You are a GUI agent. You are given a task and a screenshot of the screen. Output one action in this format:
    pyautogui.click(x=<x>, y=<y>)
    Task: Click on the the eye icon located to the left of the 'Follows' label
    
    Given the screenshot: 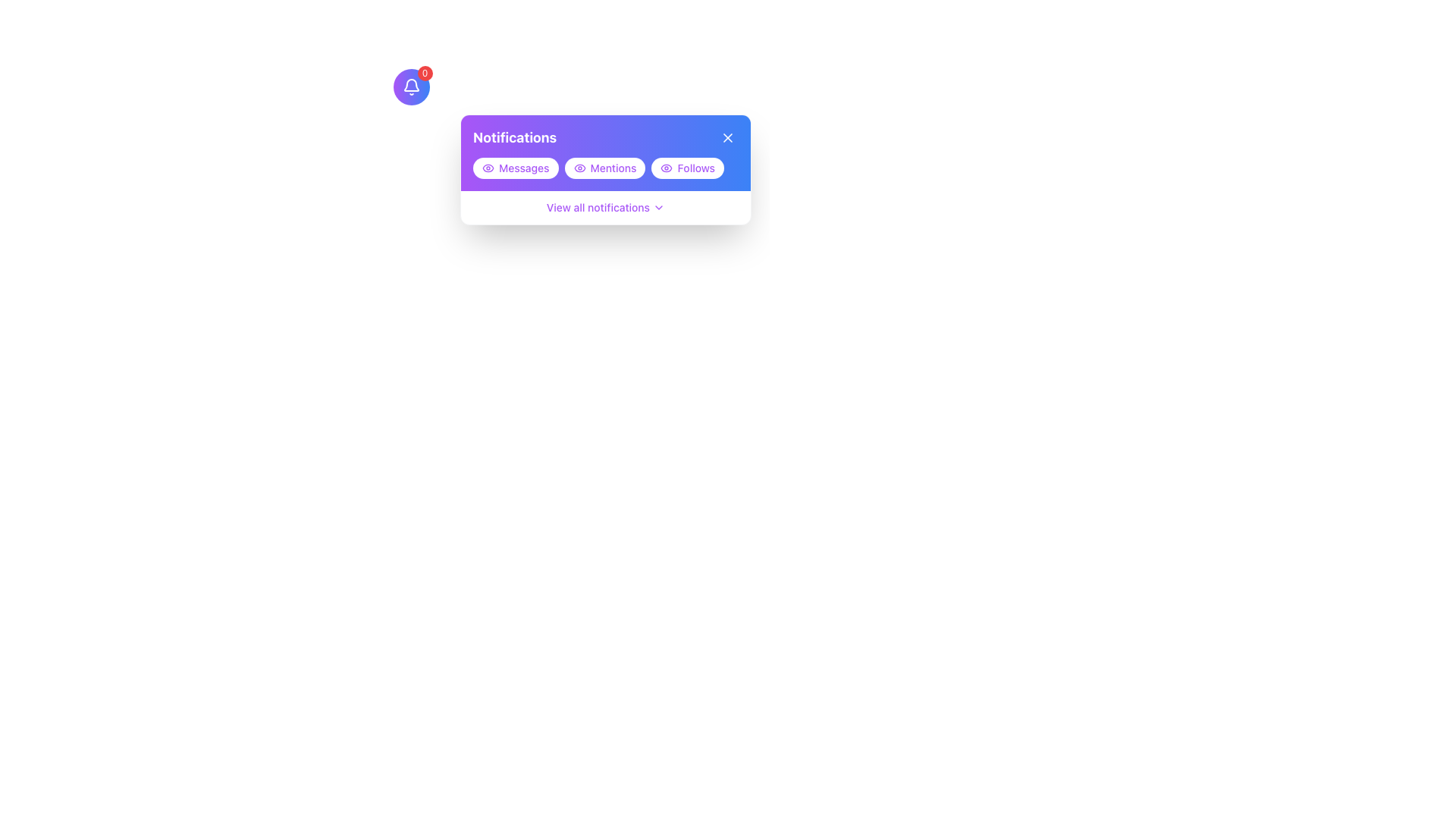 What is the action you would take?
    pyautogui.click(x=667, y=168)
    